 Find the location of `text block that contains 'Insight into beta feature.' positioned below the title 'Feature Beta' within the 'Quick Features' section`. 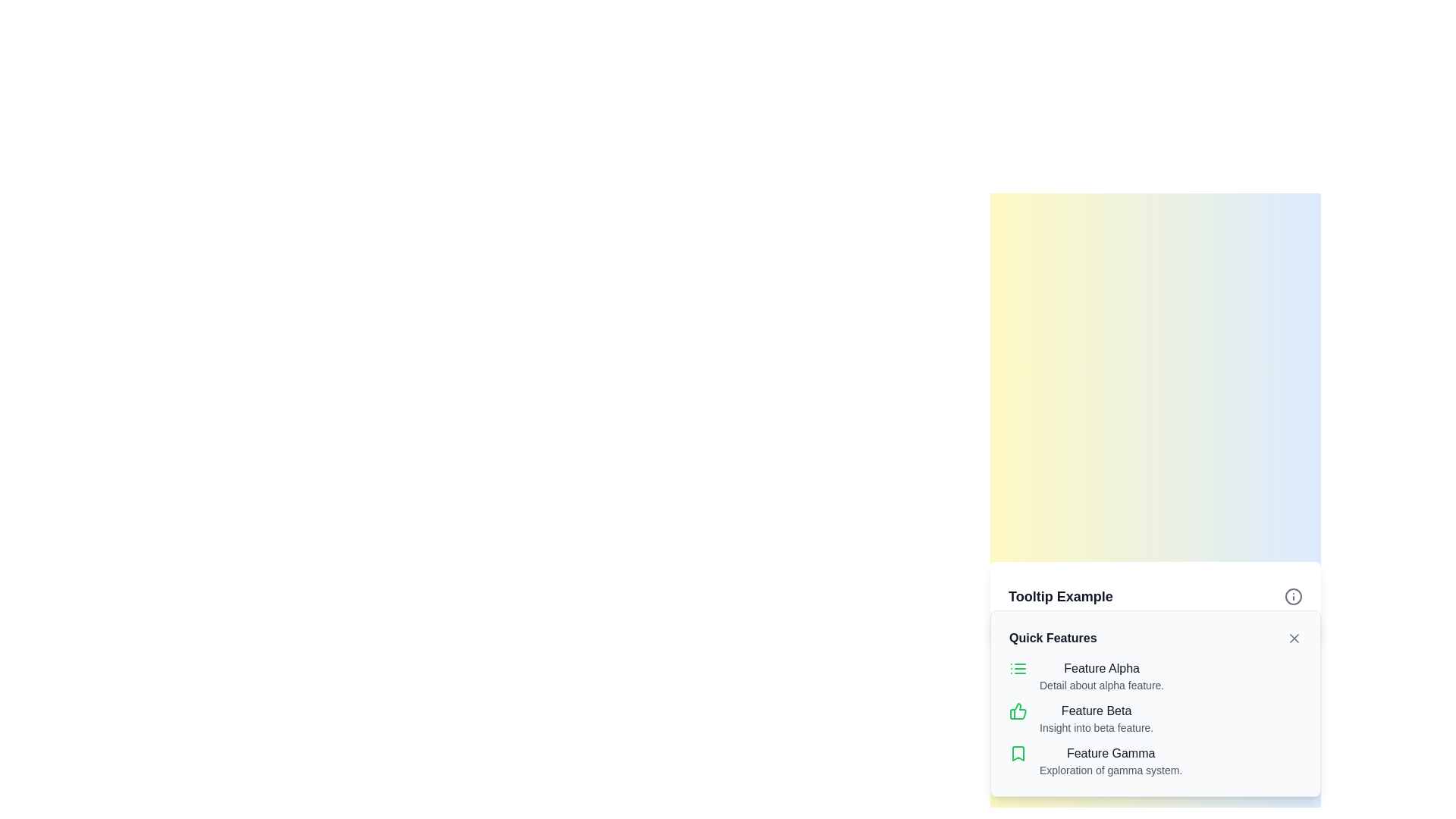

text block that contains 'Insight into beta feature.' positioned below the title 'Feature Beta' within the 'Quick Features' section is located at coordinates (1097, 727).